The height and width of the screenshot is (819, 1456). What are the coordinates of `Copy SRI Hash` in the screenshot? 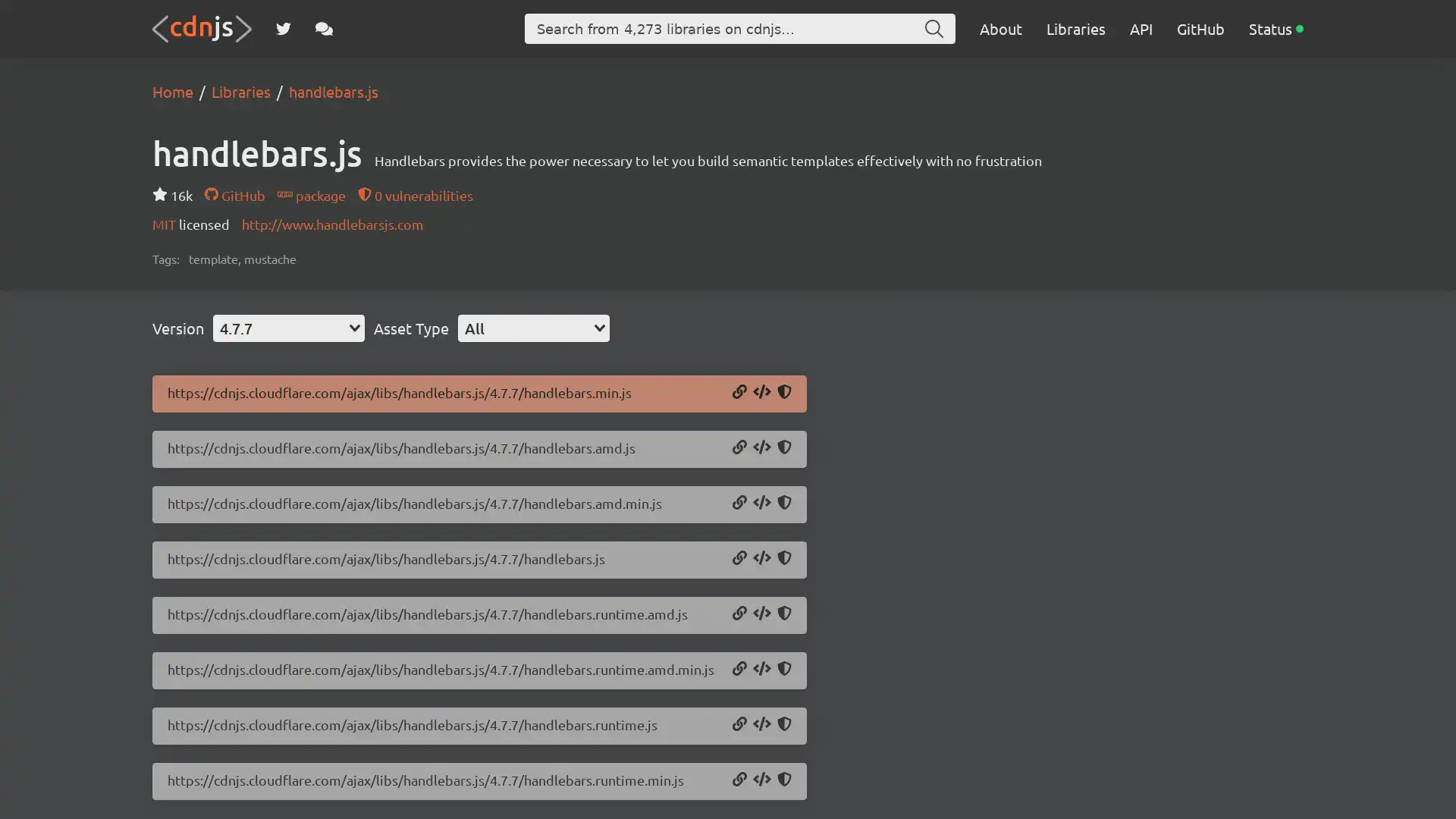 It's located at (784, 559).